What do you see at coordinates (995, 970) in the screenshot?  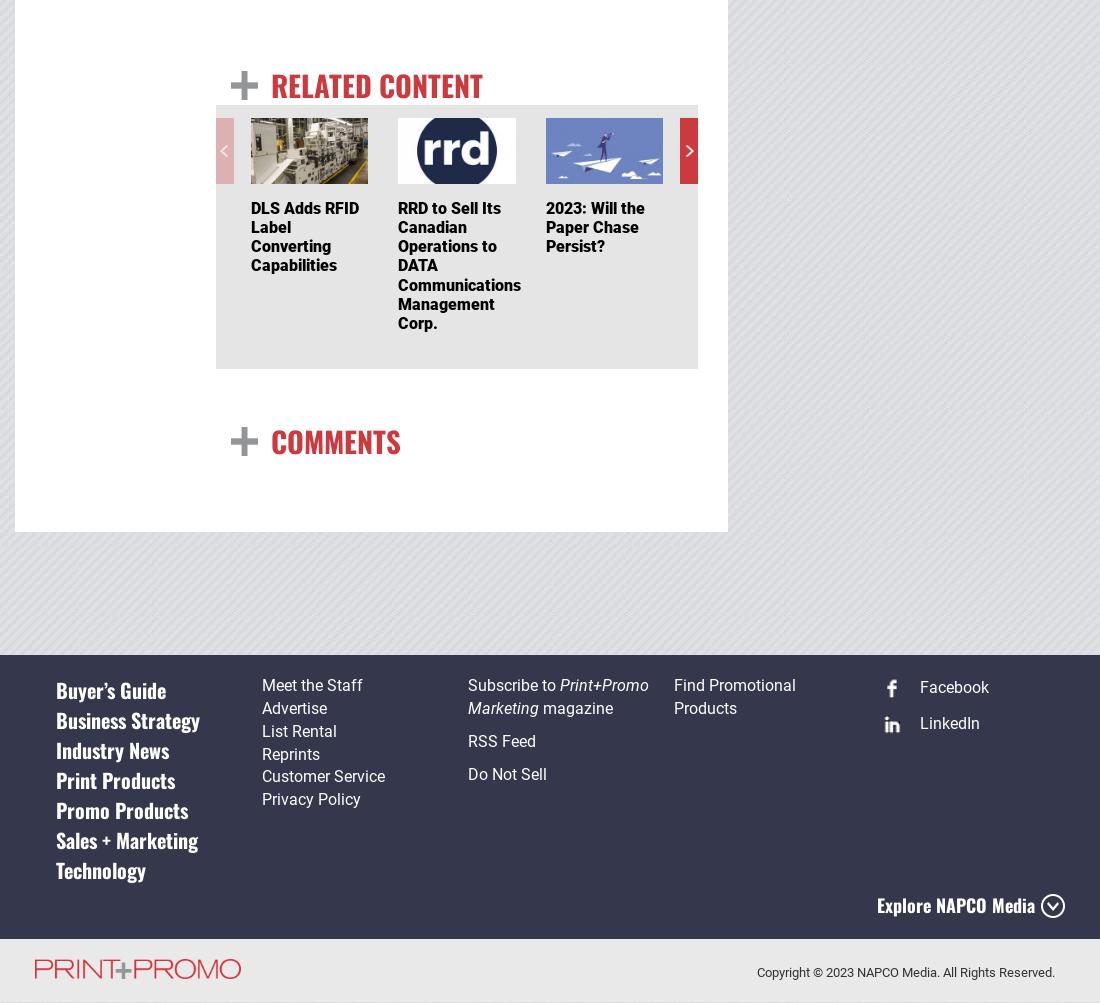 I see `'.  All Rights Reserved.'` at bounding box center [995, 970].